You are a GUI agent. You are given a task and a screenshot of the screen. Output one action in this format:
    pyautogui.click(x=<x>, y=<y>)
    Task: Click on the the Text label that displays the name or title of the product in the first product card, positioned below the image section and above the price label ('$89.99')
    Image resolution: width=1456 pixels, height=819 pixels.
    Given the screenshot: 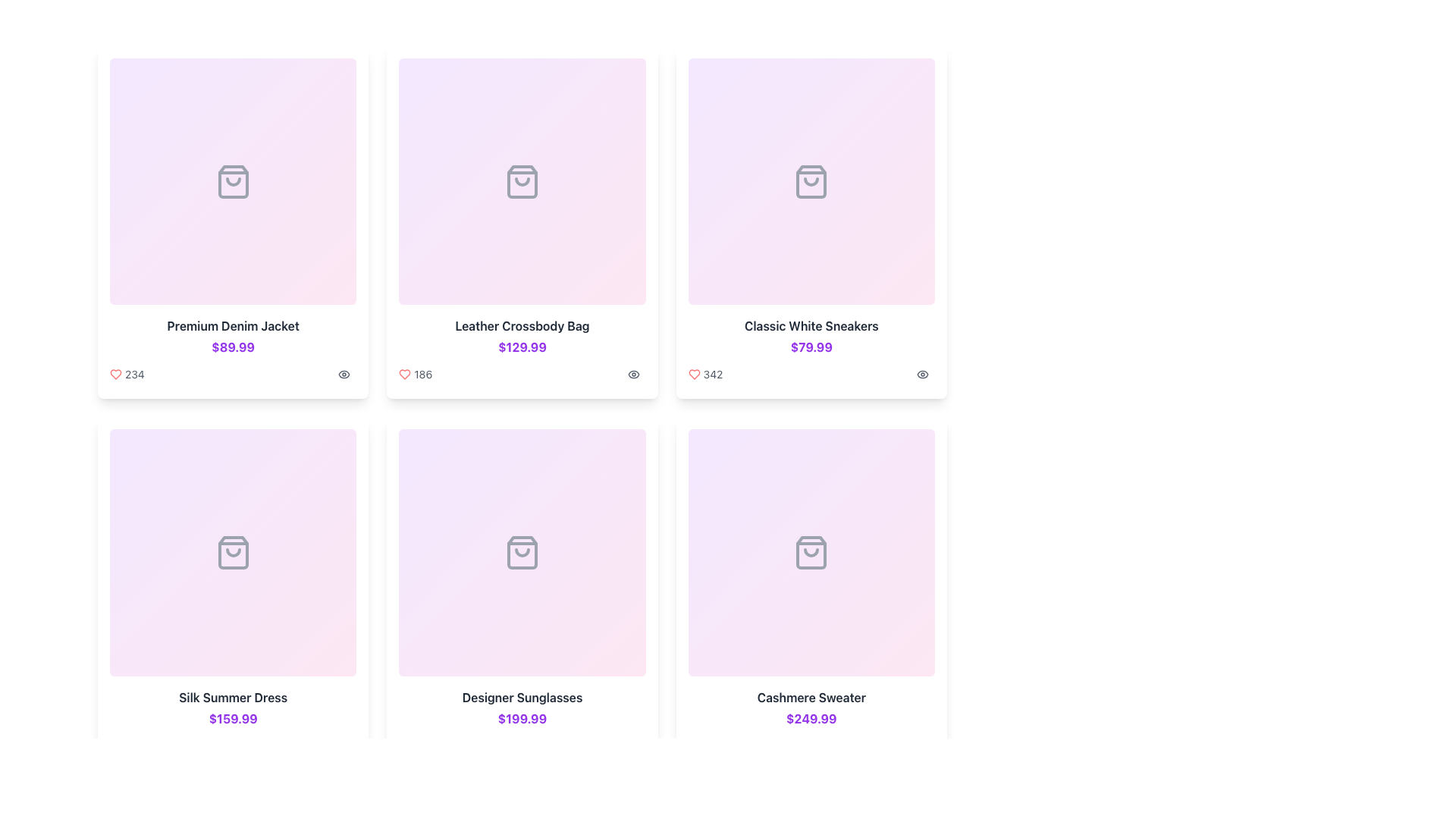 What is the action you would take?
    pyautogui.click(x=232, y=325)
    